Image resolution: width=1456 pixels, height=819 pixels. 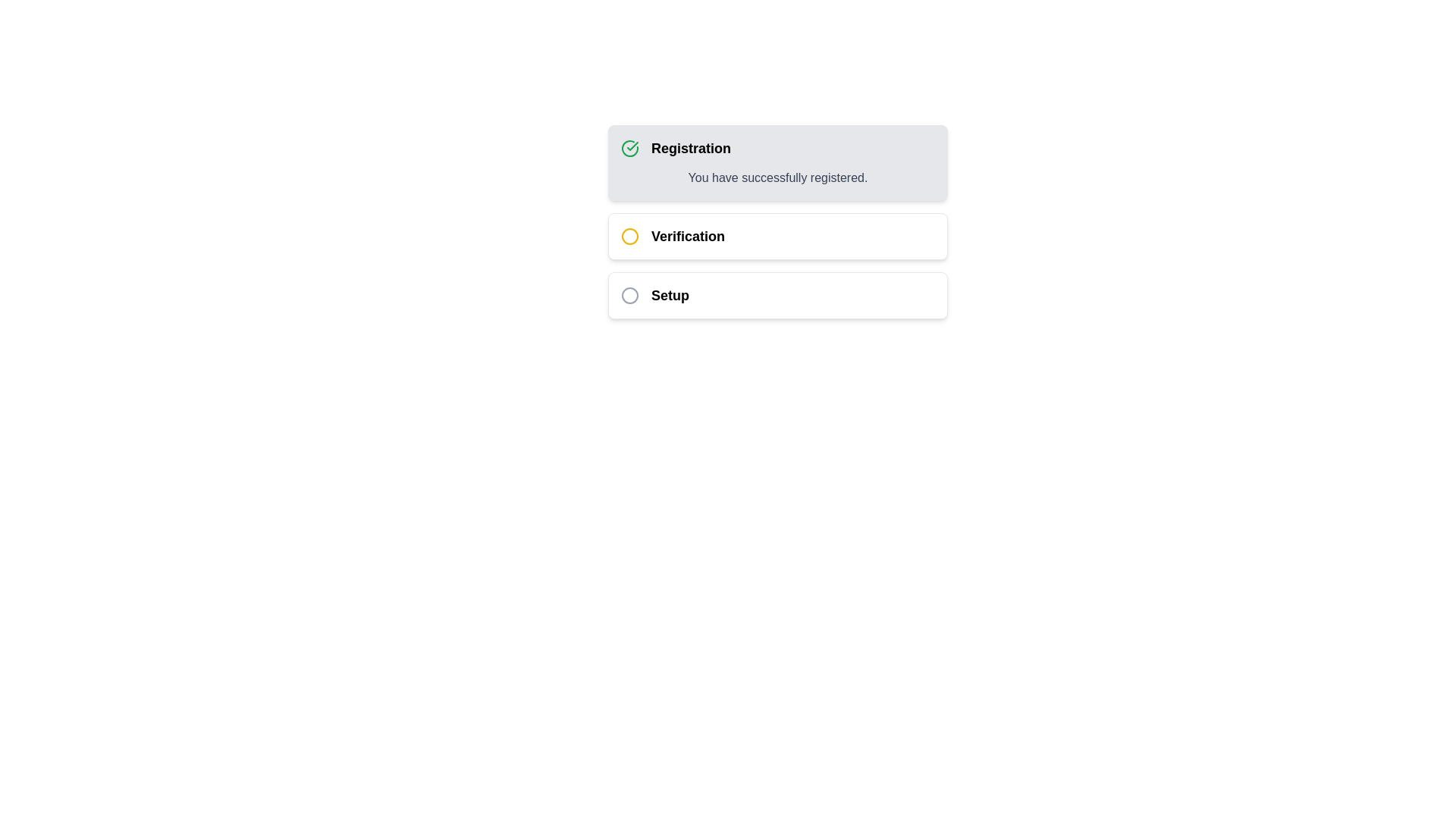 I want to click on the yellow circular icon within the 'Verification' step indicator, which is styled prominently and located at the top left corner of the step item, so click(x=629, y=237).